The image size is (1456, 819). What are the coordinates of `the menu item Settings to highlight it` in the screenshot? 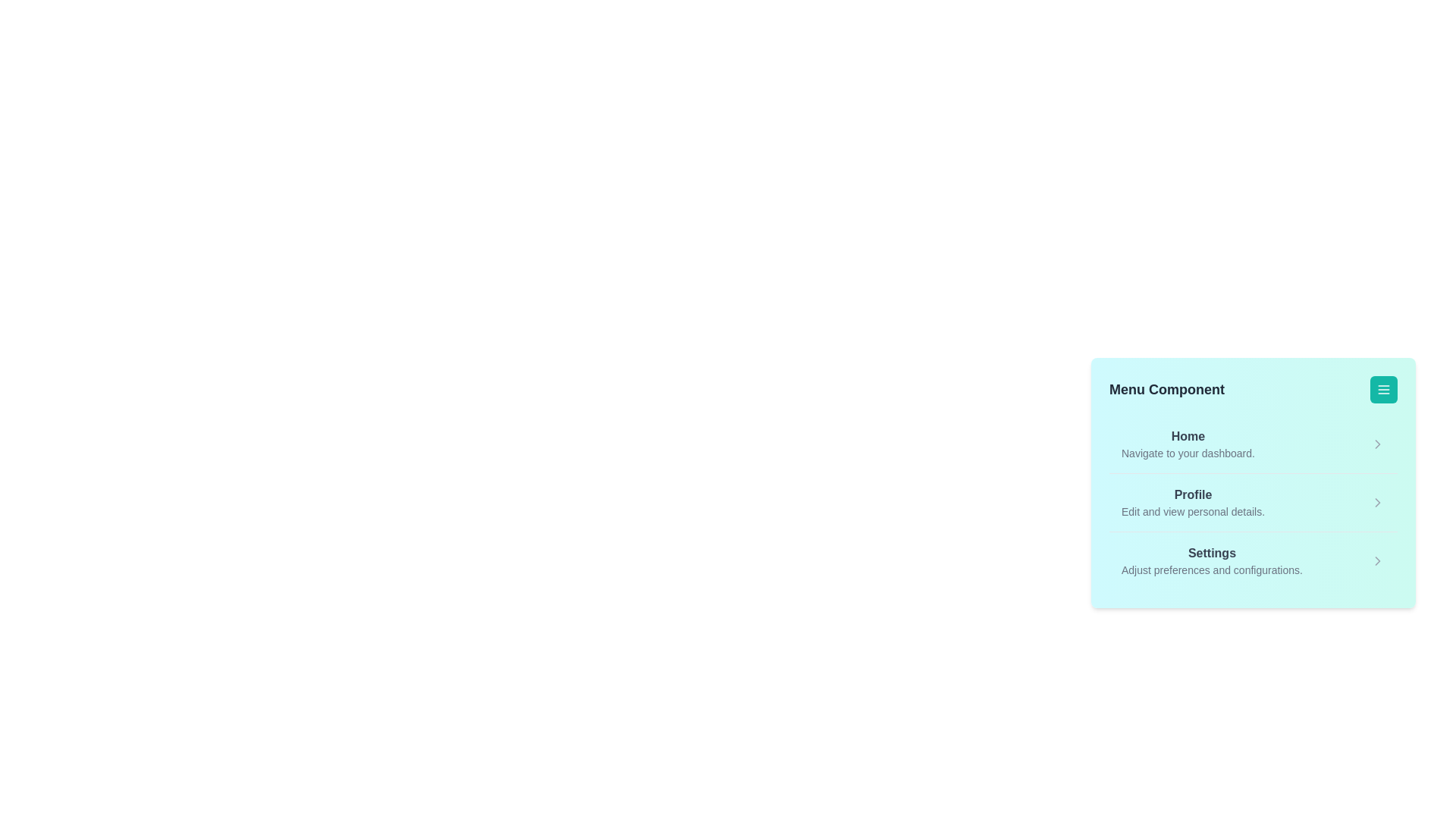 It's located at (1211, 561).